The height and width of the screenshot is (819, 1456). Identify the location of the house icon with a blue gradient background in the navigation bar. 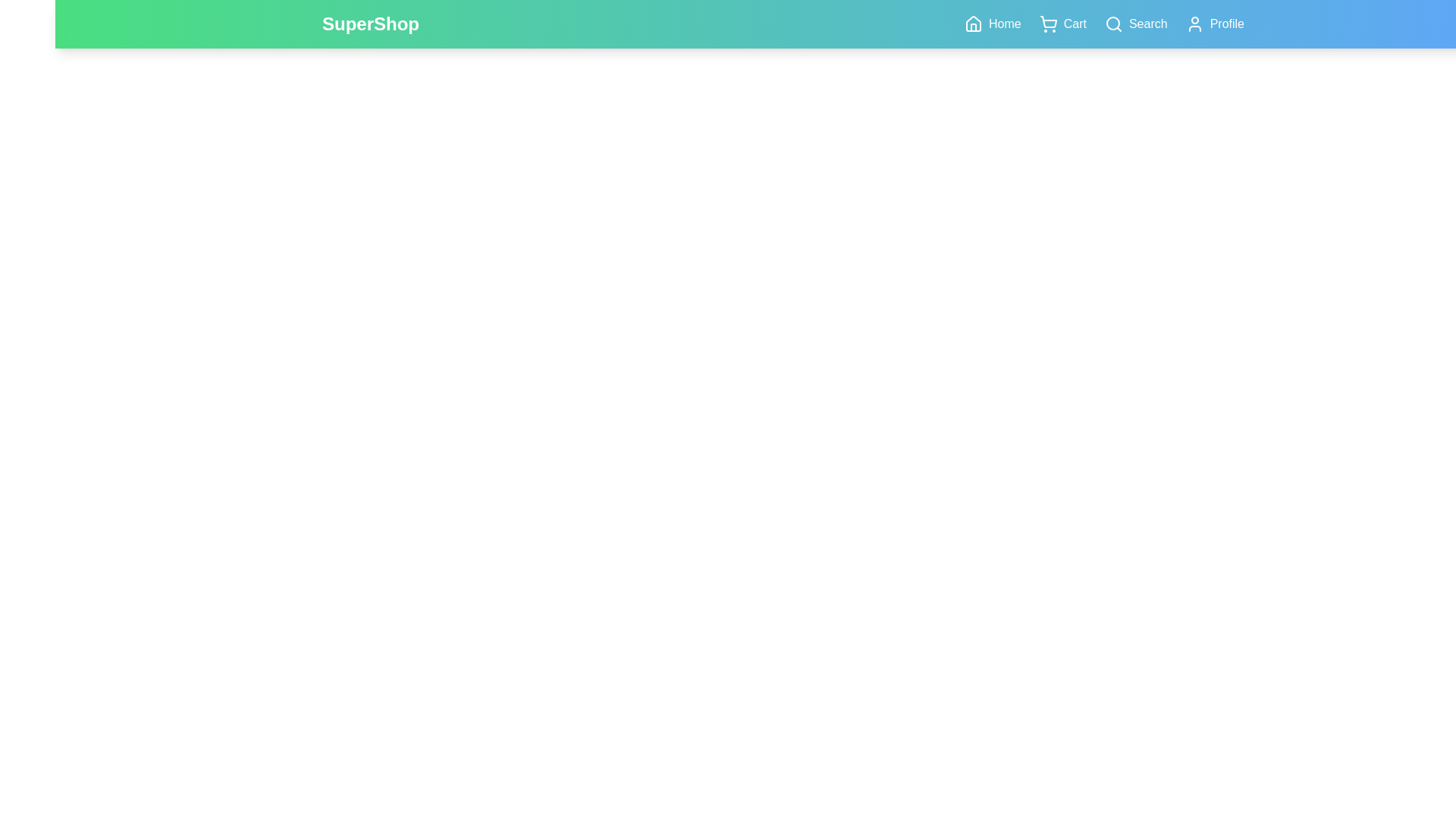
(974, 24).